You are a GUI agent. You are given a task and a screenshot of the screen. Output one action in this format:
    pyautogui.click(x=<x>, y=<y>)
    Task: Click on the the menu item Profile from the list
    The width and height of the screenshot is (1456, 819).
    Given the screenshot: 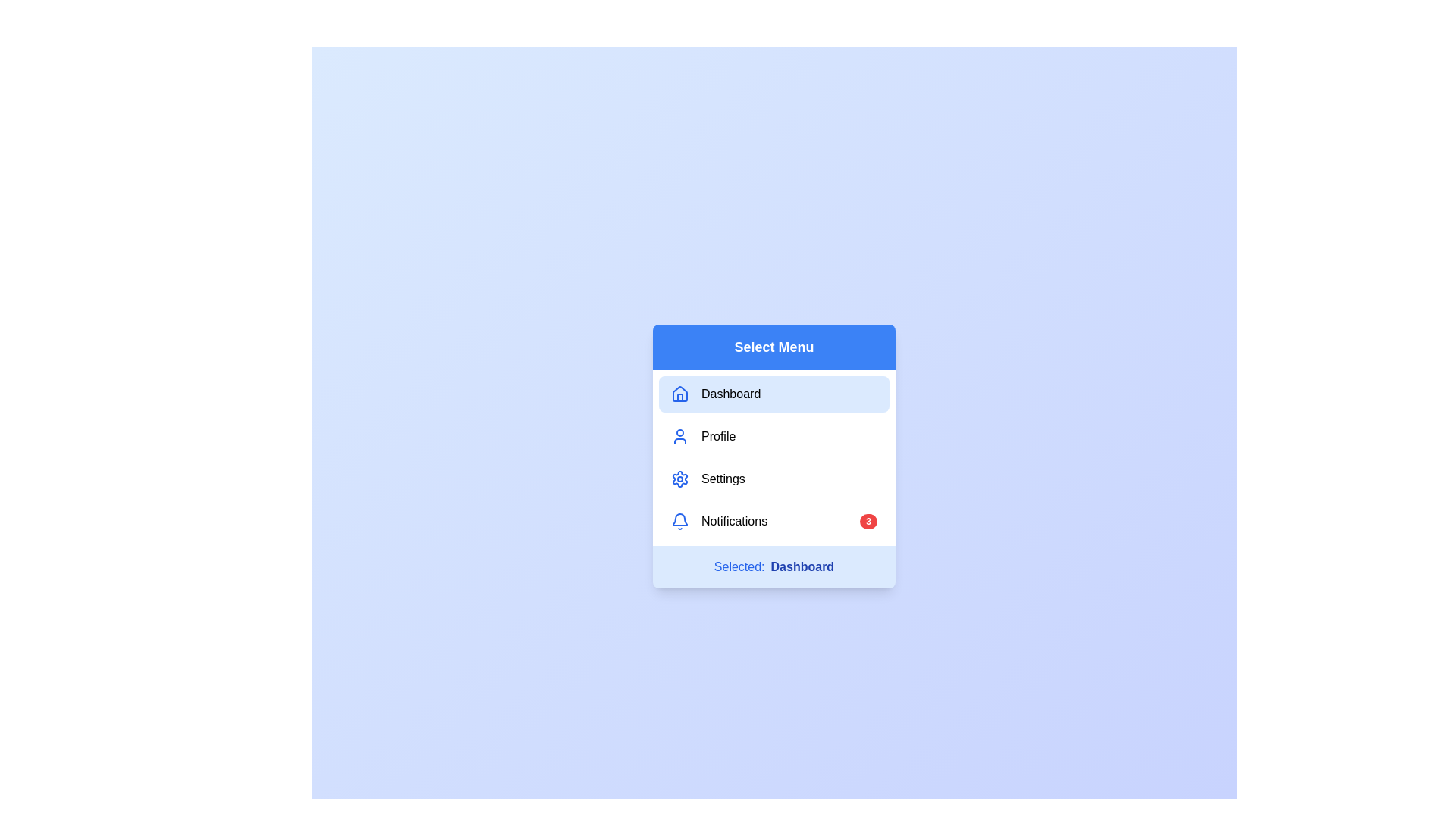 What is the action you would take?
    pyautogui.click(x=774, y=436)
    